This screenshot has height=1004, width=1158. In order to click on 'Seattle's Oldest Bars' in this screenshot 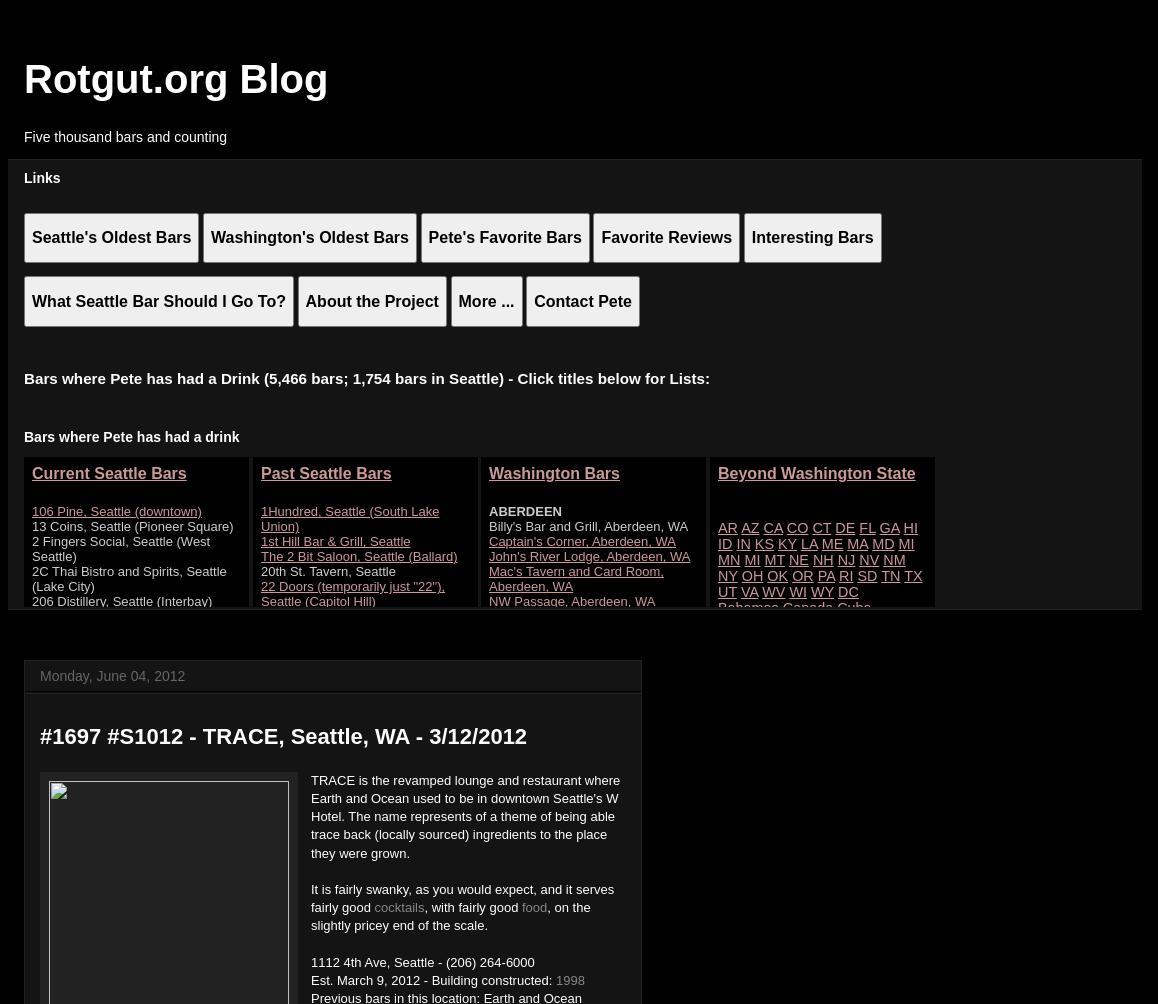, I will do `click(111, 236)`.